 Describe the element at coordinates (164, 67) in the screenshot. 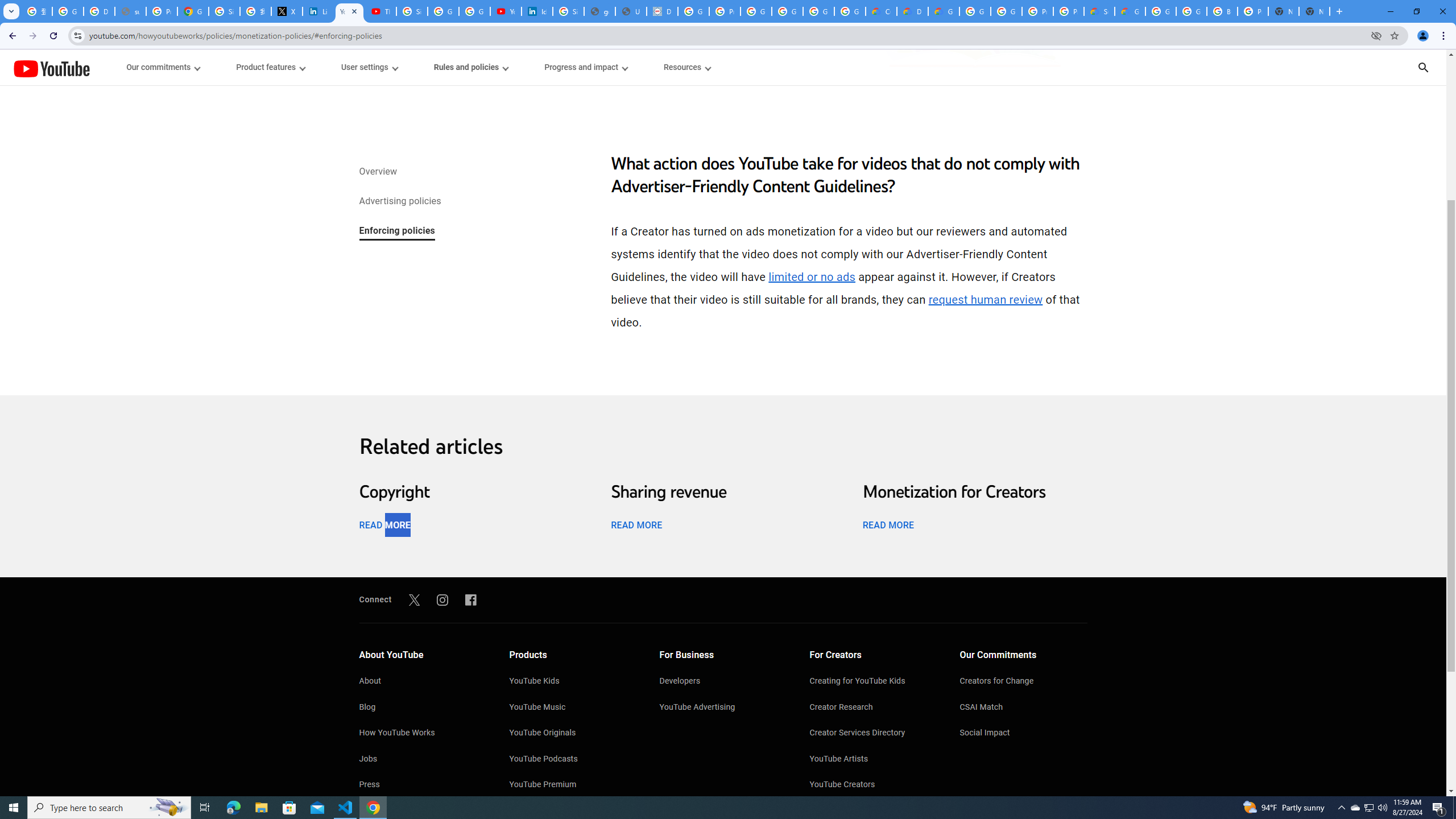

I see `'Our commitments menupopup'` at that location.